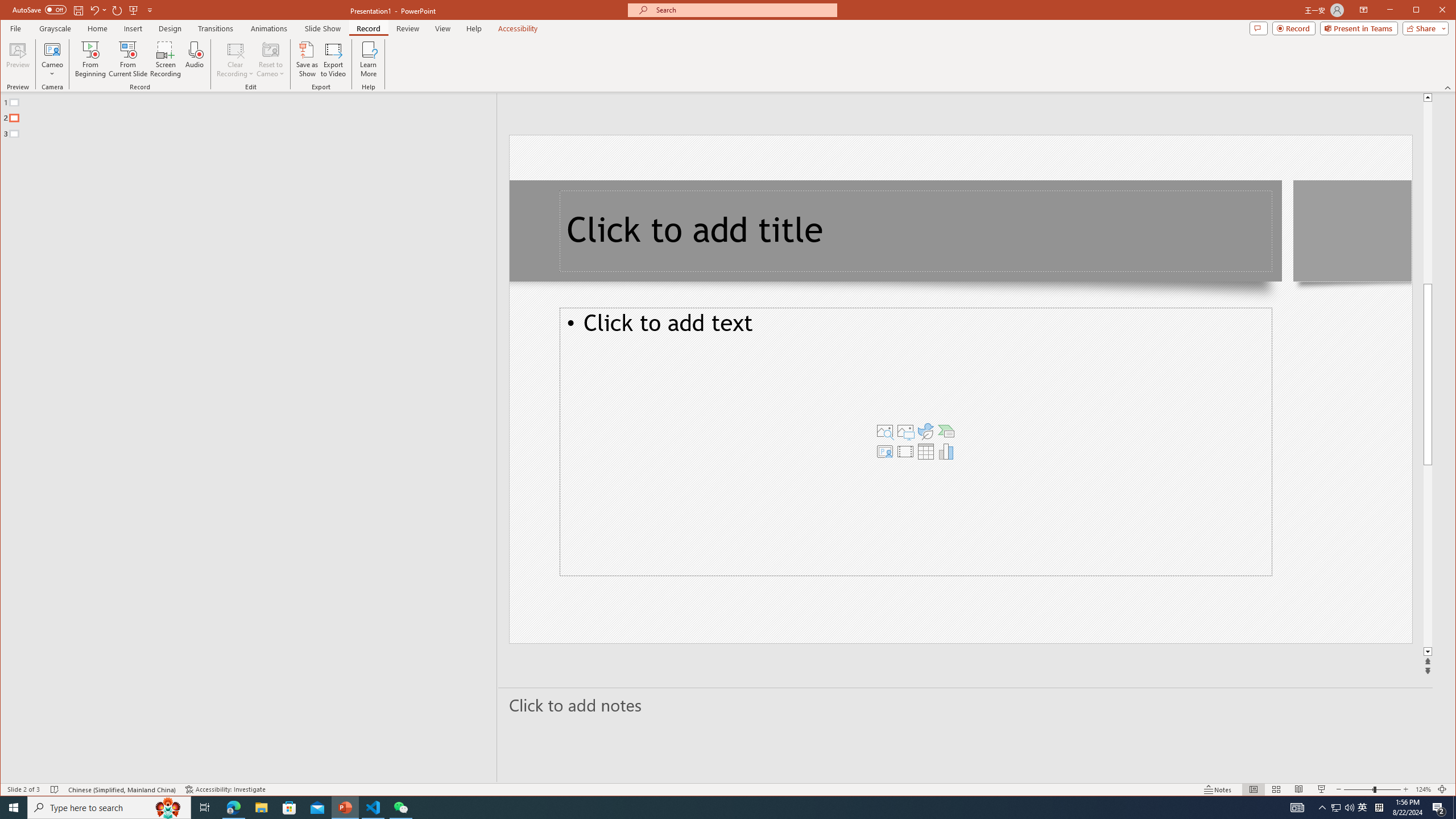 This screenshot has height=819, width=1456. What do you see at coordinates (234, 59) in the screenshot?
I see `'Clear Recording'` at bounding box center [234, 59].